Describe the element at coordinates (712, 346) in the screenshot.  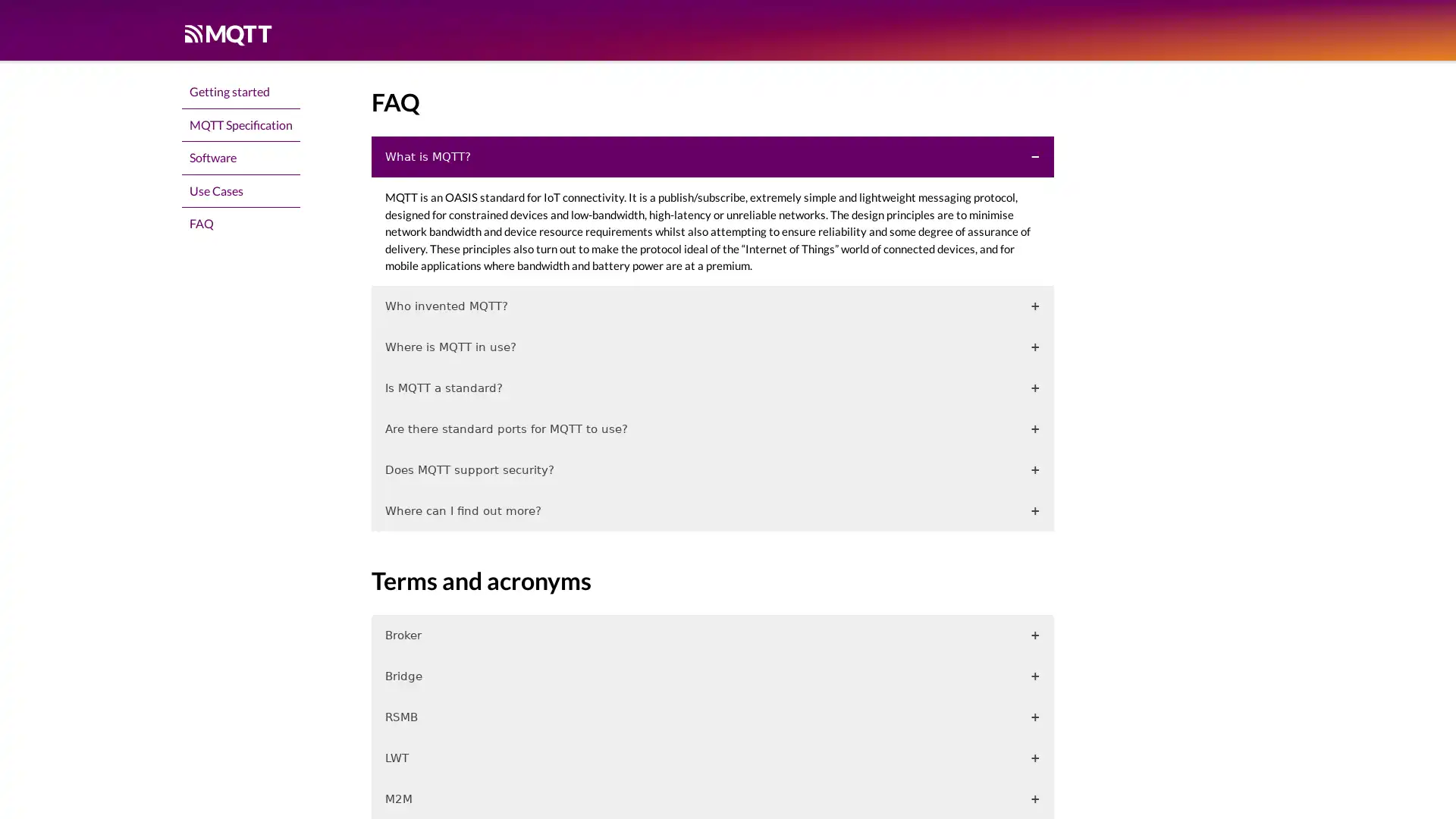
I see `Where is MQTT in use? +` at that location.